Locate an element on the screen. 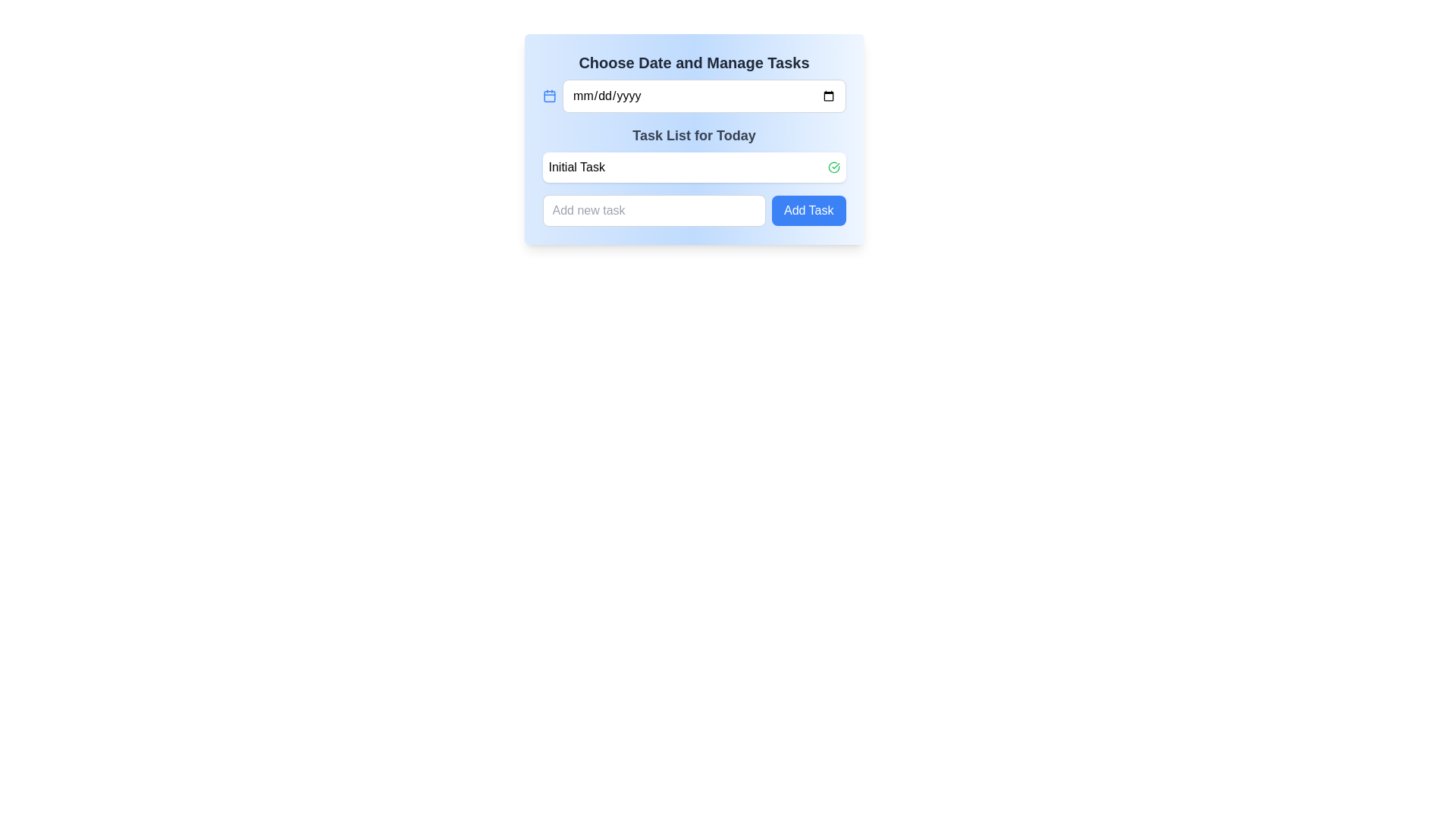 The image size is (1456, 819). the calendar icon located in the top-left corner of the section is located at coordinates (548, 96).